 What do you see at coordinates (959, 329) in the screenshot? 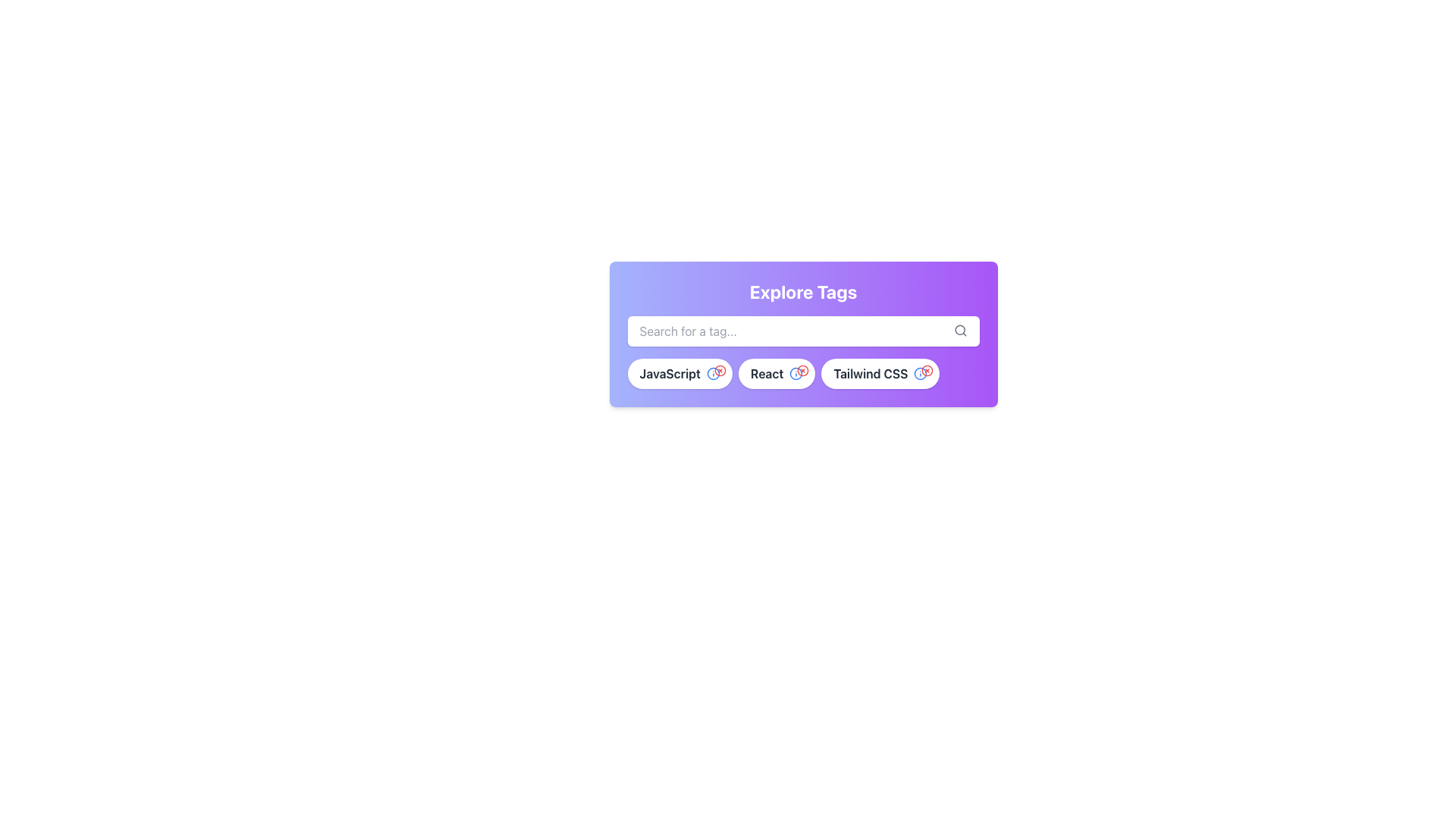
I see `the search icon located in the top-right corner of the text input field with the placeholder 'Search for a tag...' to initiate a search` at bounding box center [959, 329].